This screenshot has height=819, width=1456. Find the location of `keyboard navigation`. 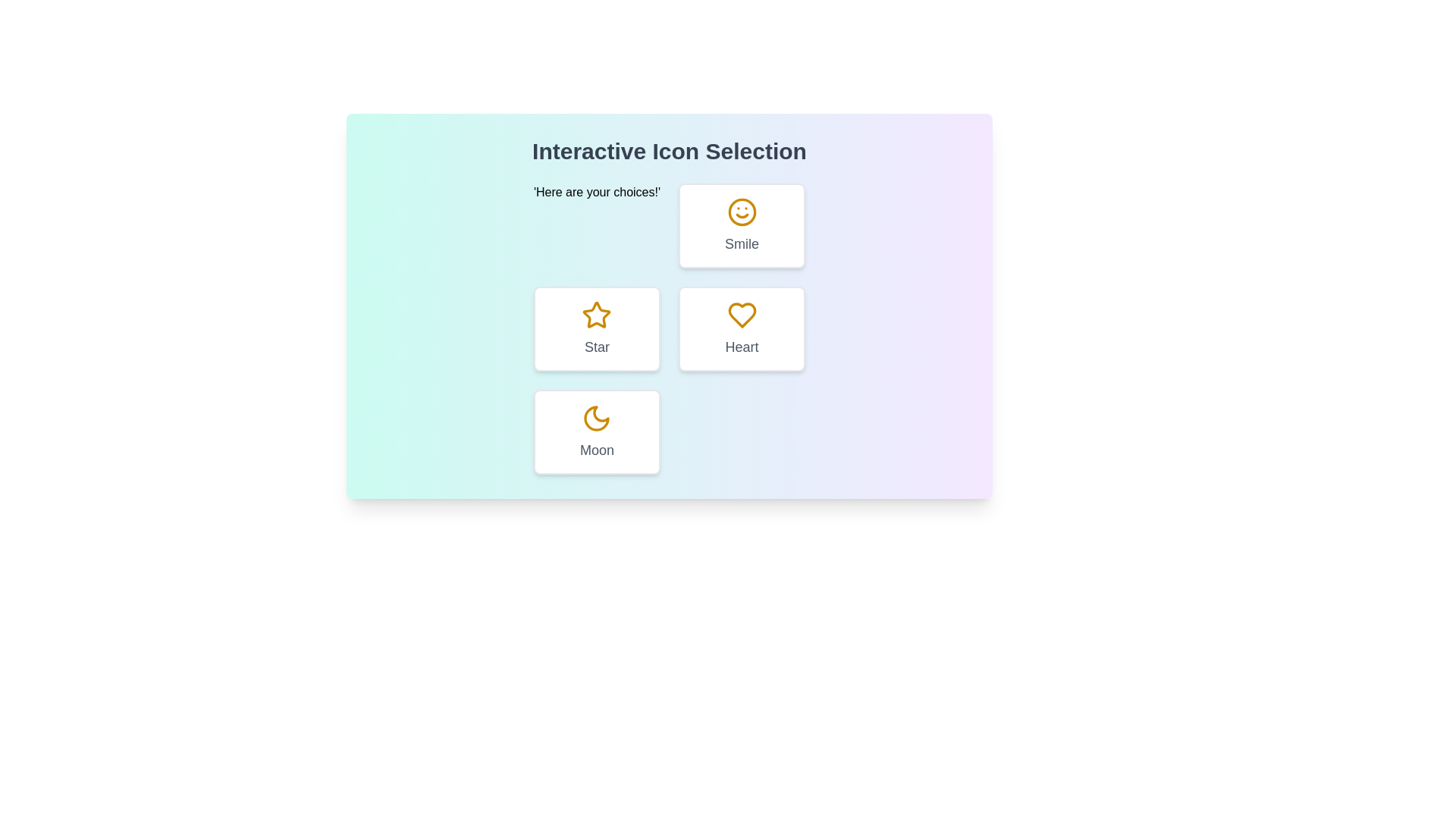

keyboard navigation is located at coordinates (596, 418).